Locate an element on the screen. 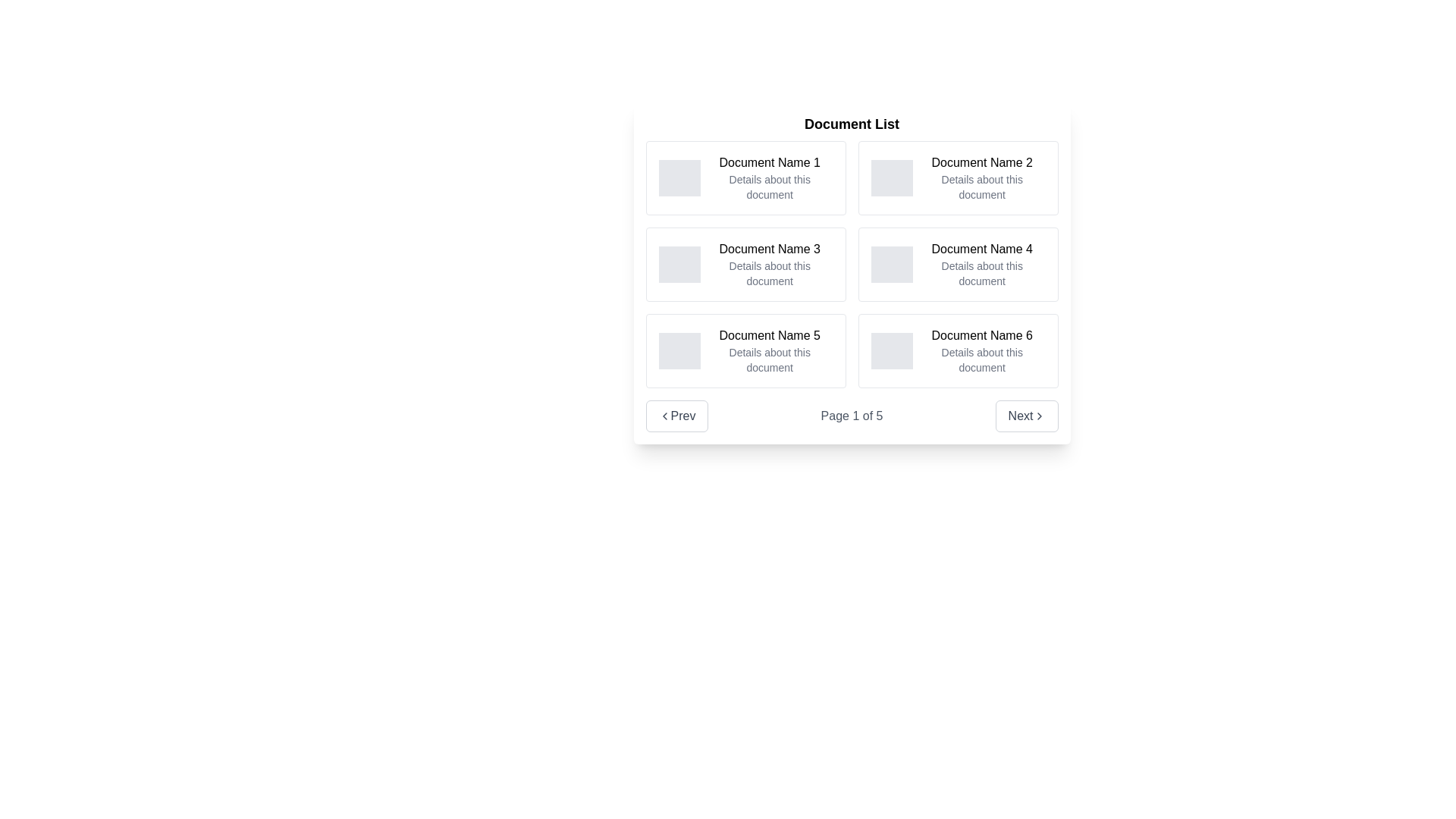  the text label displaying 'Details about this document', which is styled in a small, gray font and located beneath 'Document Name 4' is located at coordinates (982, 274).